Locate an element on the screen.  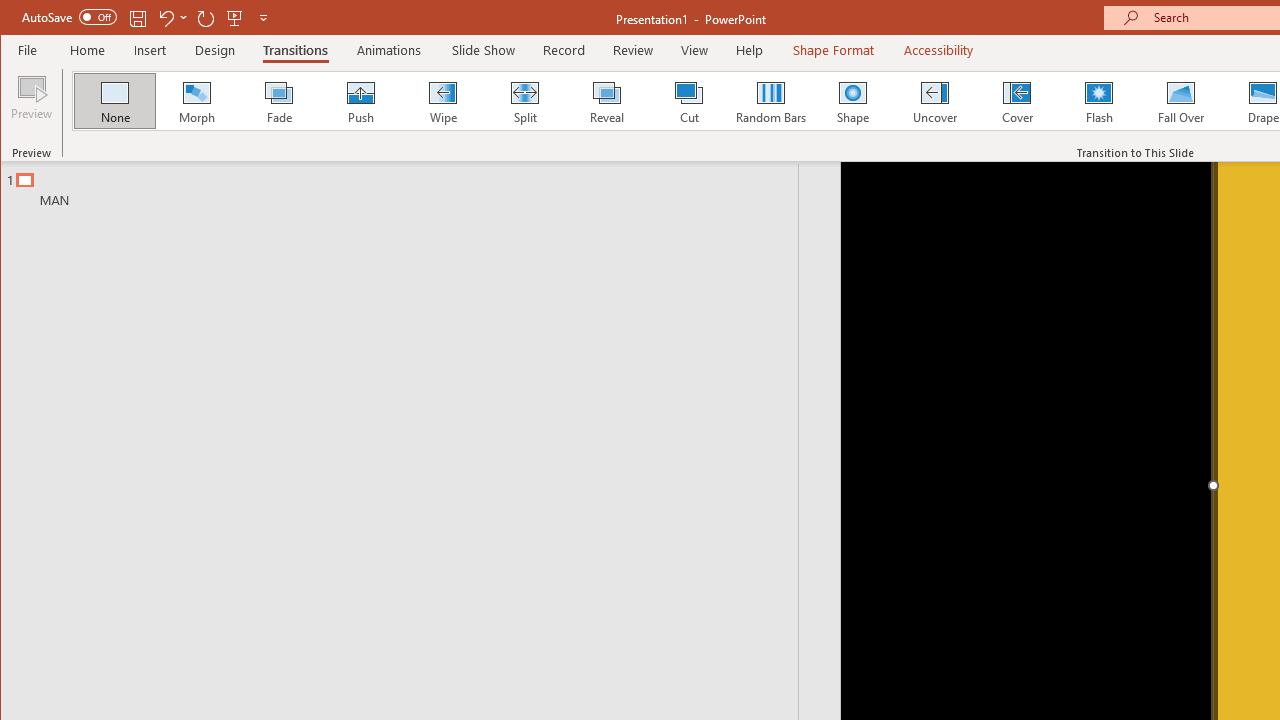
'Split' is located at coordinates (524, 100).